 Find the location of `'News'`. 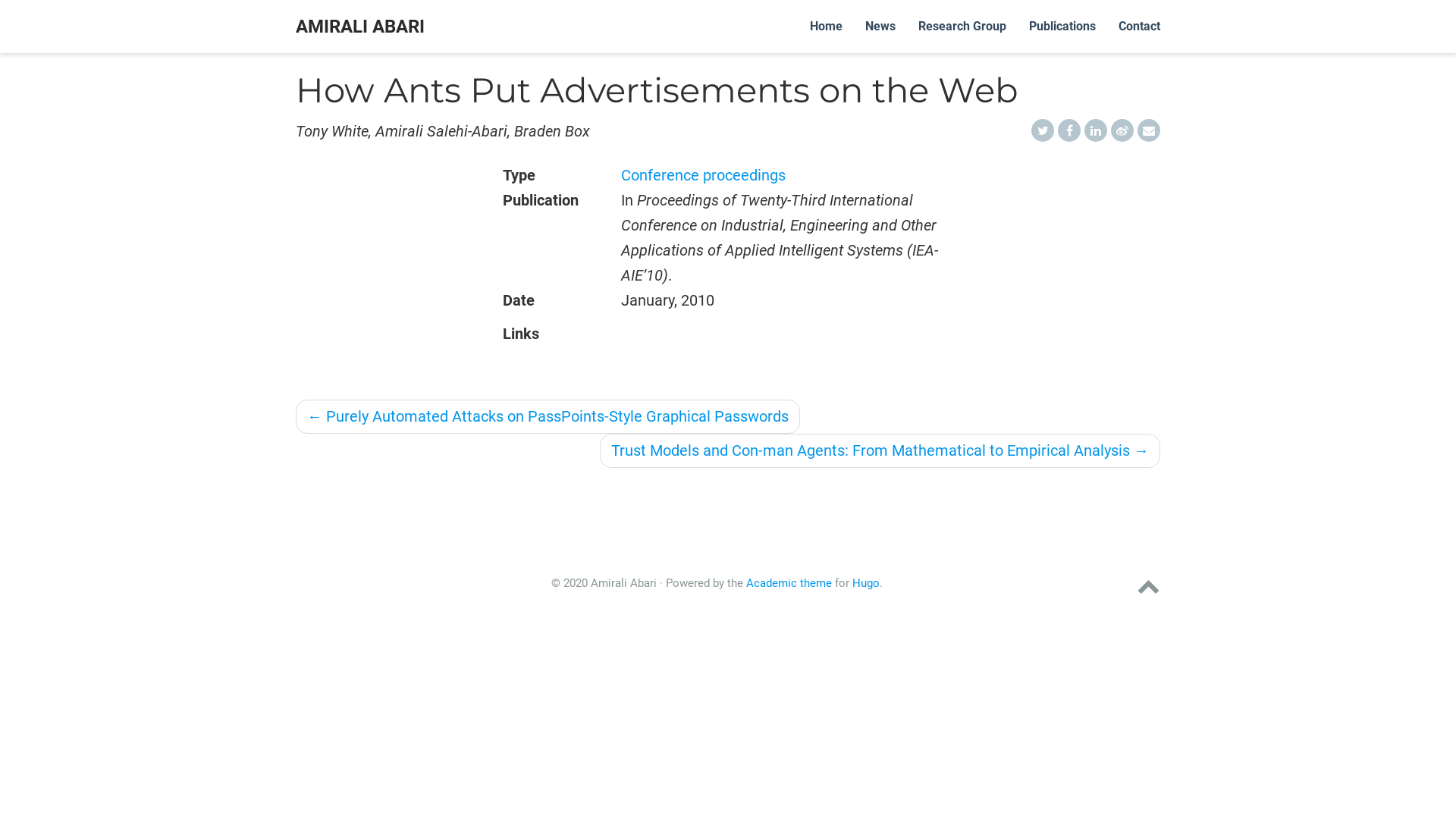

'News' is located at coordinates (880, 26).